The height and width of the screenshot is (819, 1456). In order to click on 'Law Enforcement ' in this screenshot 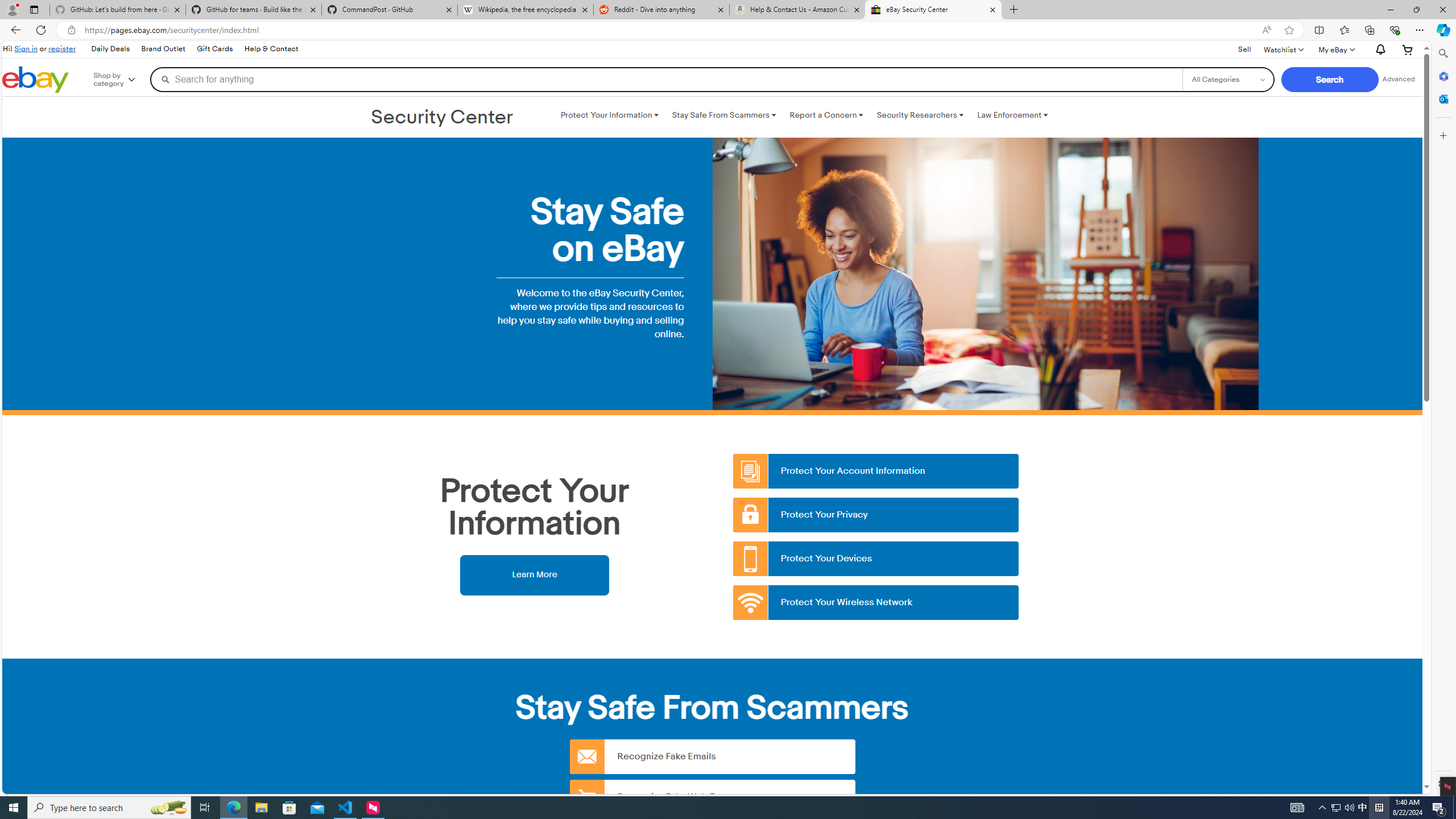, I will do `click(1012, 115)`.